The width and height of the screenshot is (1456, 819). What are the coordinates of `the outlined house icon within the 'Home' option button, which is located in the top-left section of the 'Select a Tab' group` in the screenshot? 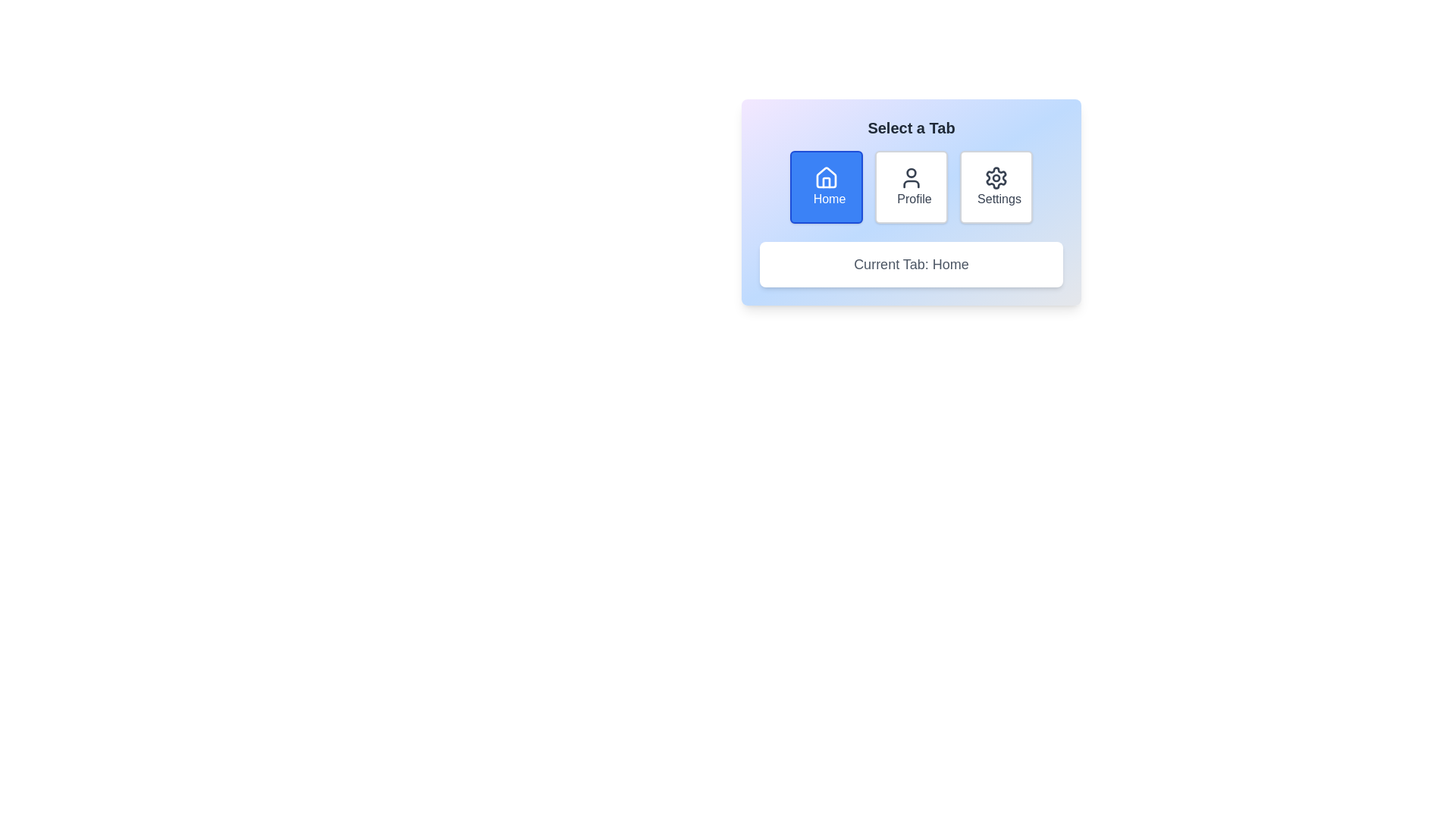 It's located at (825, 177).